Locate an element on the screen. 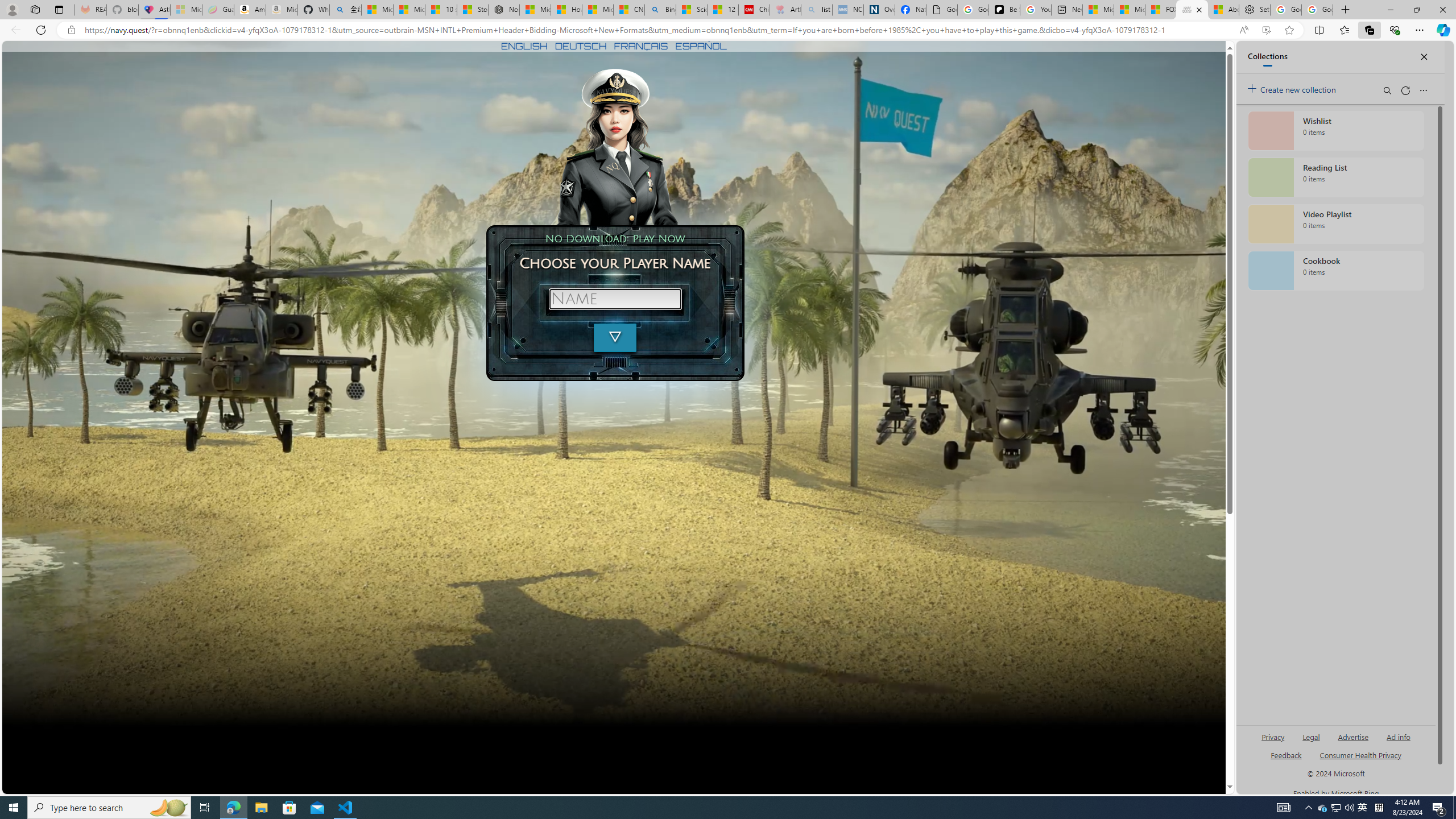 The height and width of the screenshot is (819, 1456). 'AutomationID: sb_feedback' is located at coordinates (1286, 754).